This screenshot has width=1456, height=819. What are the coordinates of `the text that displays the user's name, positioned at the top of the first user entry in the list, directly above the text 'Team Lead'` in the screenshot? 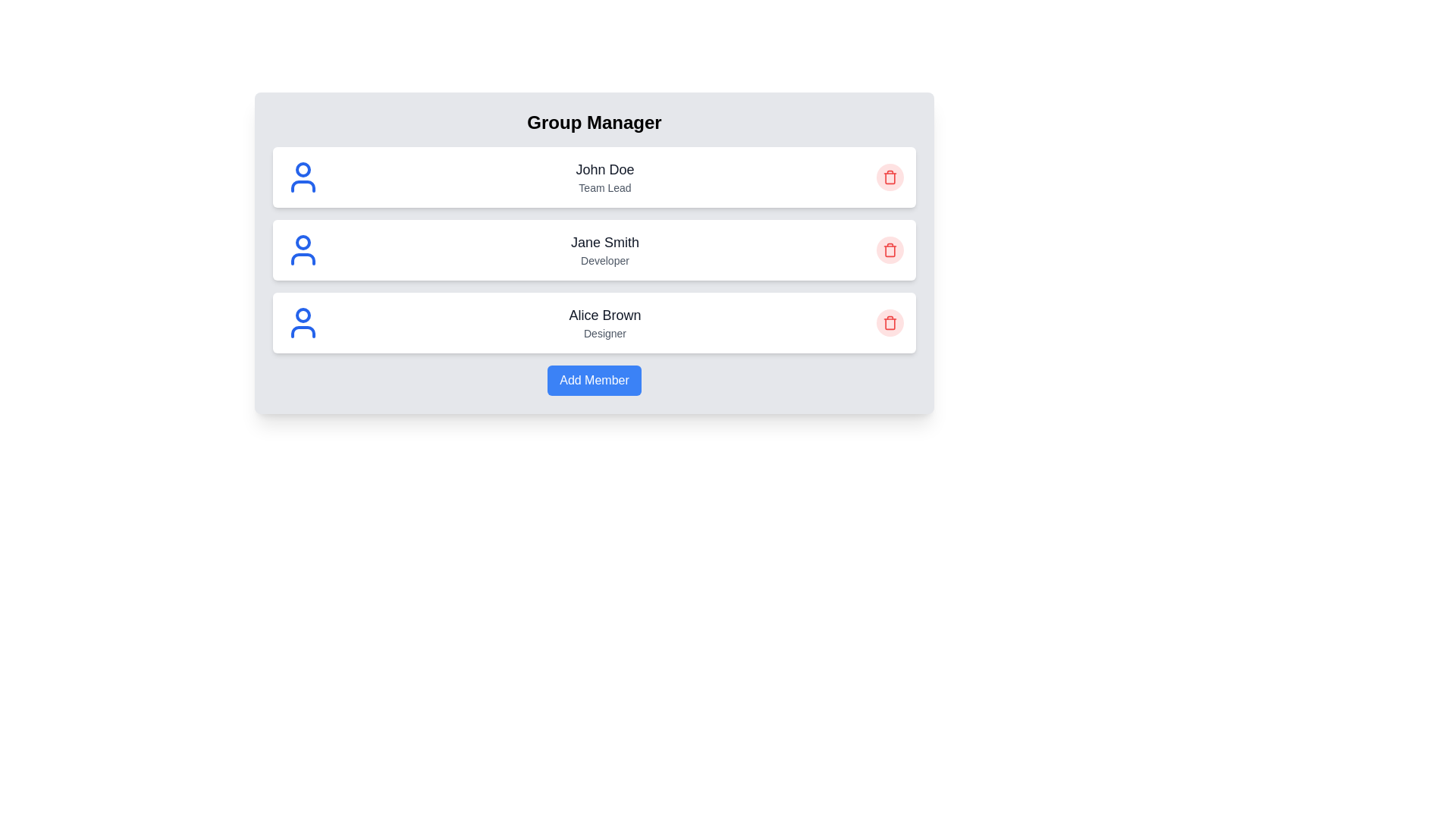 It's located at (604, 169).